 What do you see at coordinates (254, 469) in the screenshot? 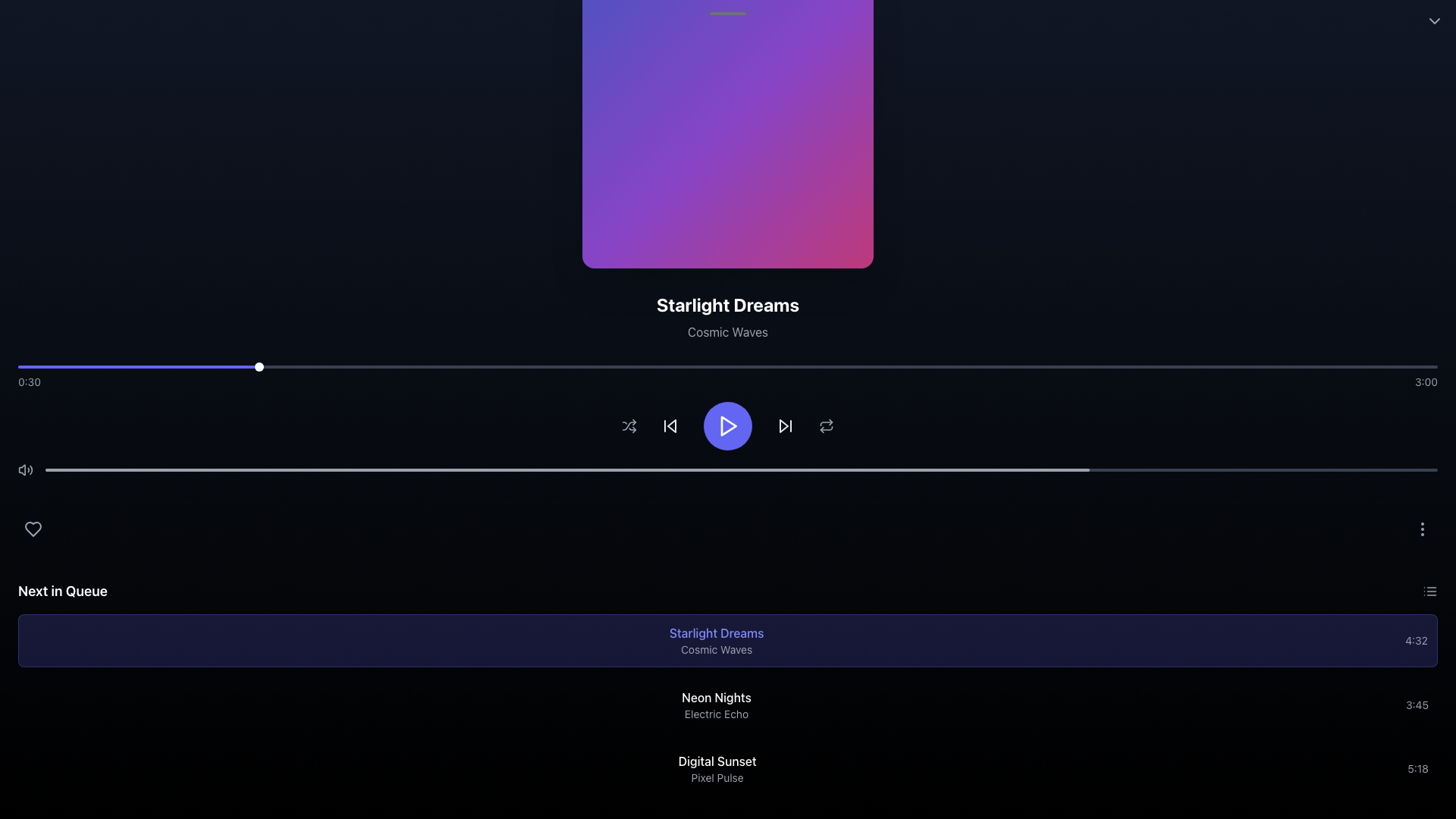
I see `the playback progress` at bounding box center [254, 469].